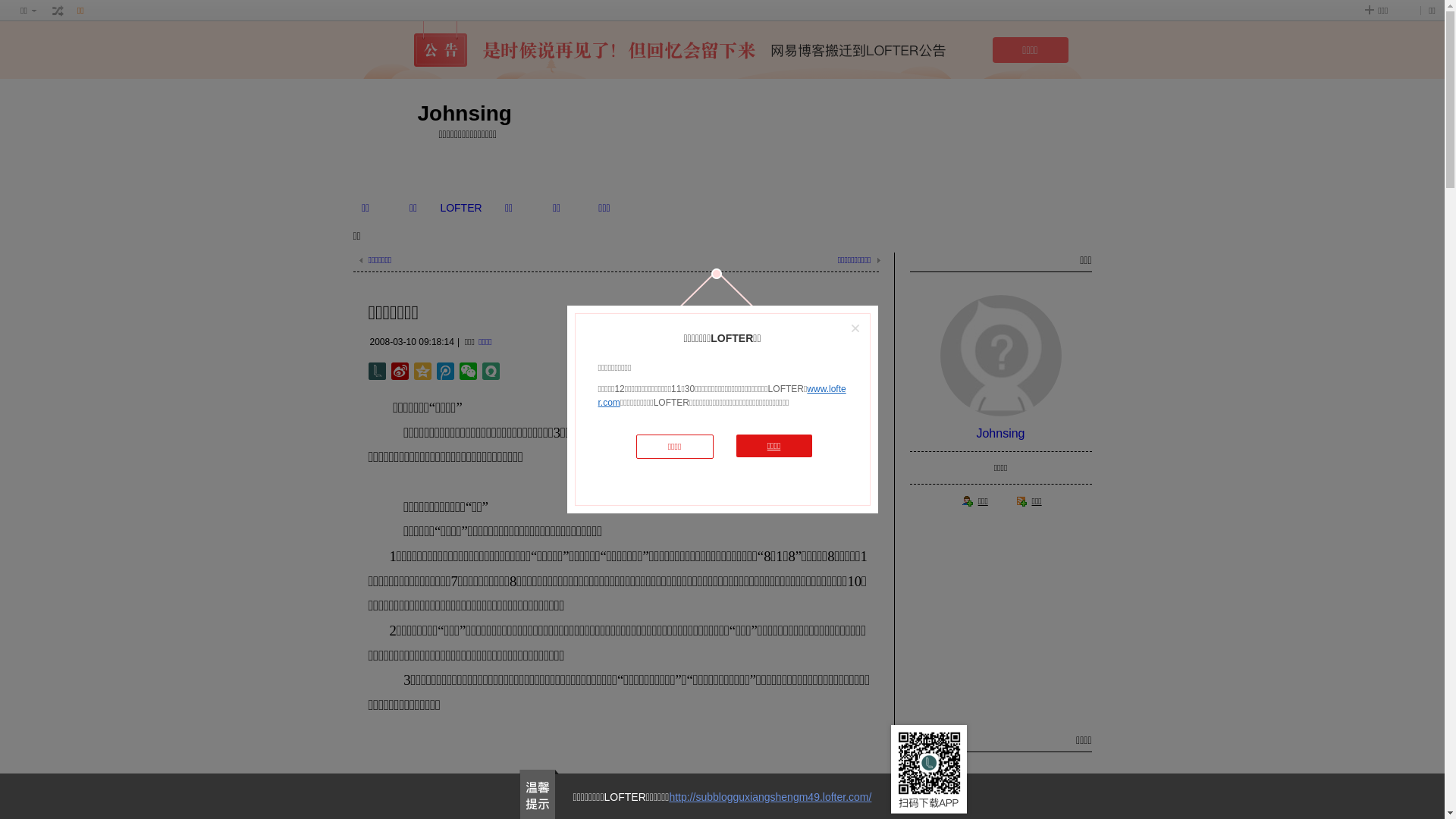 The width and height of the screenshot is (1456, 819). I want to click on 'www.lofter.com', so click(720, 394).